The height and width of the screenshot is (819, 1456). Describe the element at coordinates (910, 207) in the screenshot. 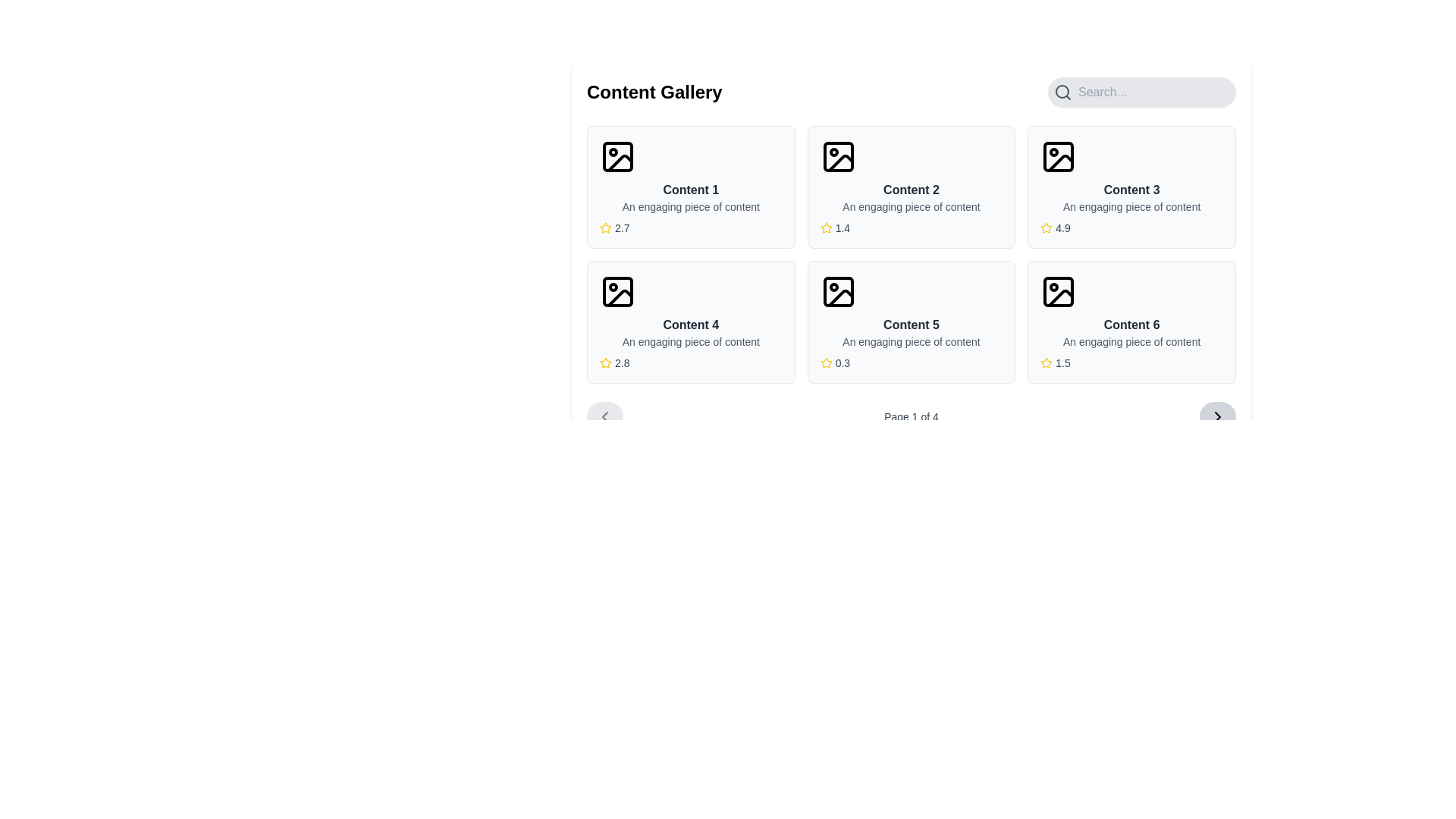

I see `text content from the label displaying 'An engaging piece of content' located inside a card layout in the second column of the grid, positioned below 'Content 2' and above the rating indicator '1.4'` at that location.